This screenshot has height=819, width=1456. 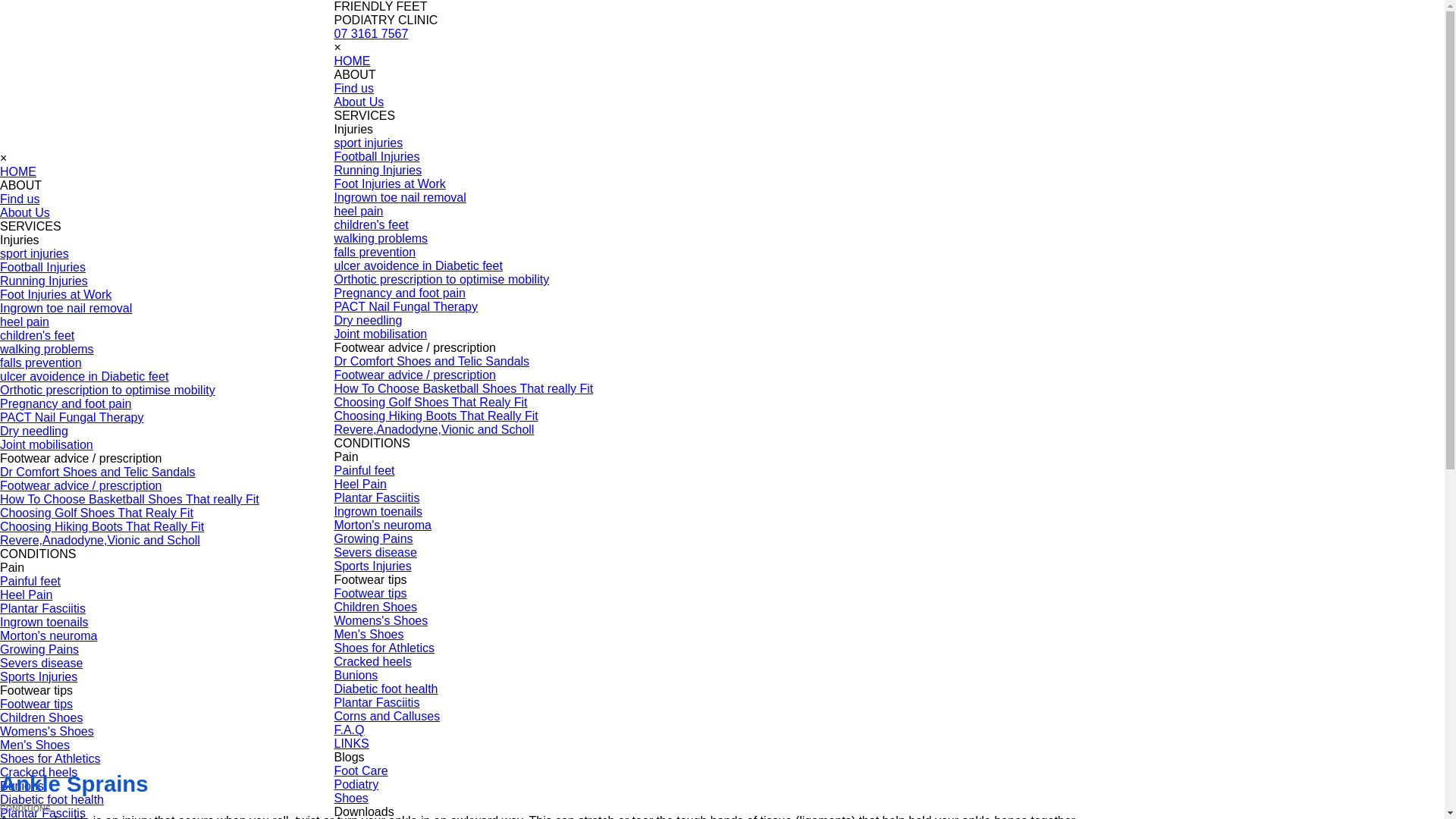 What do you see at coordinates (351, 60) in the screenshot?
I see `'HOME'` at bounding box center [351, 60].